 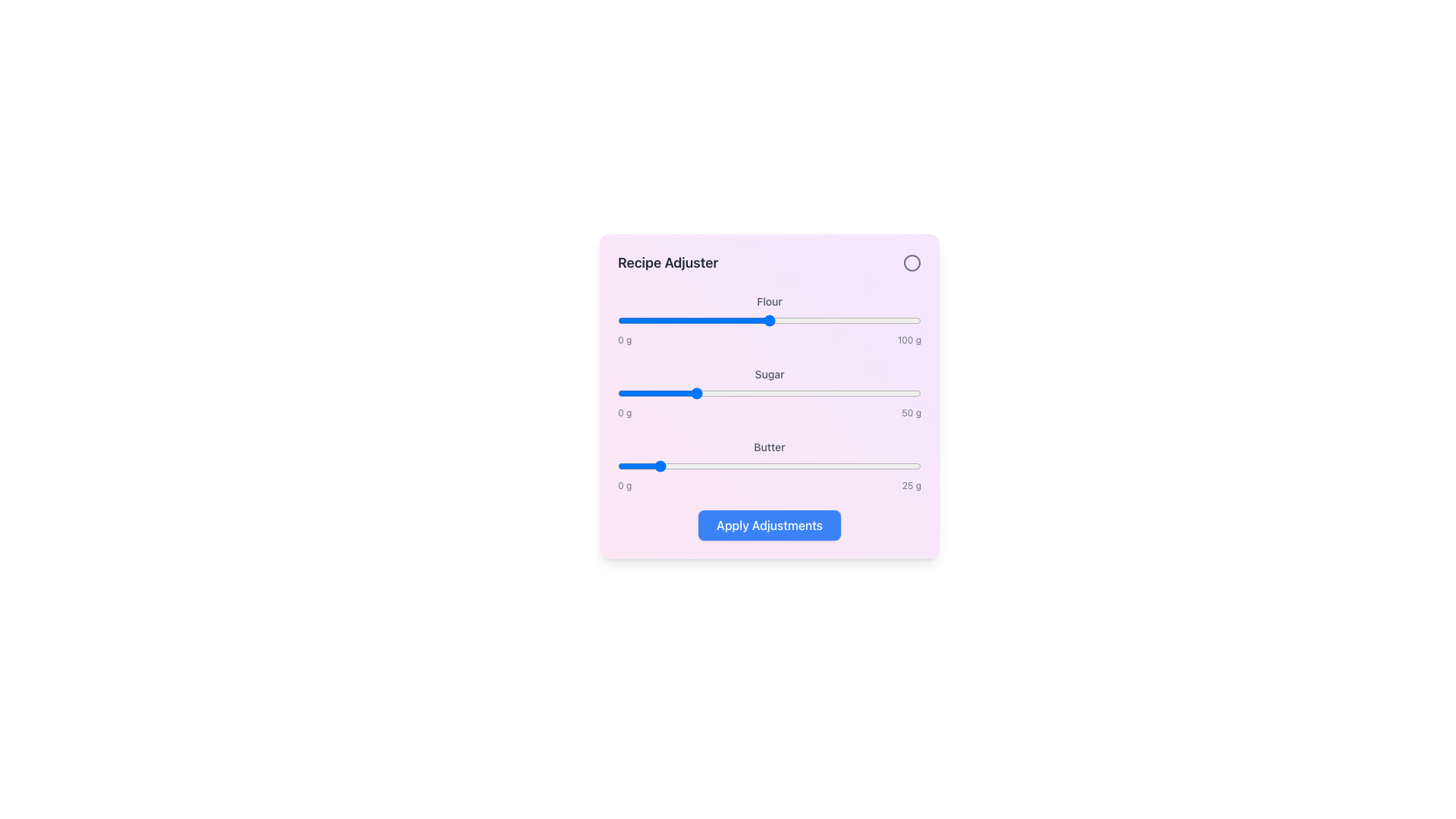 I want to click on the 'Flour' slider, so click(x=769, y=318).